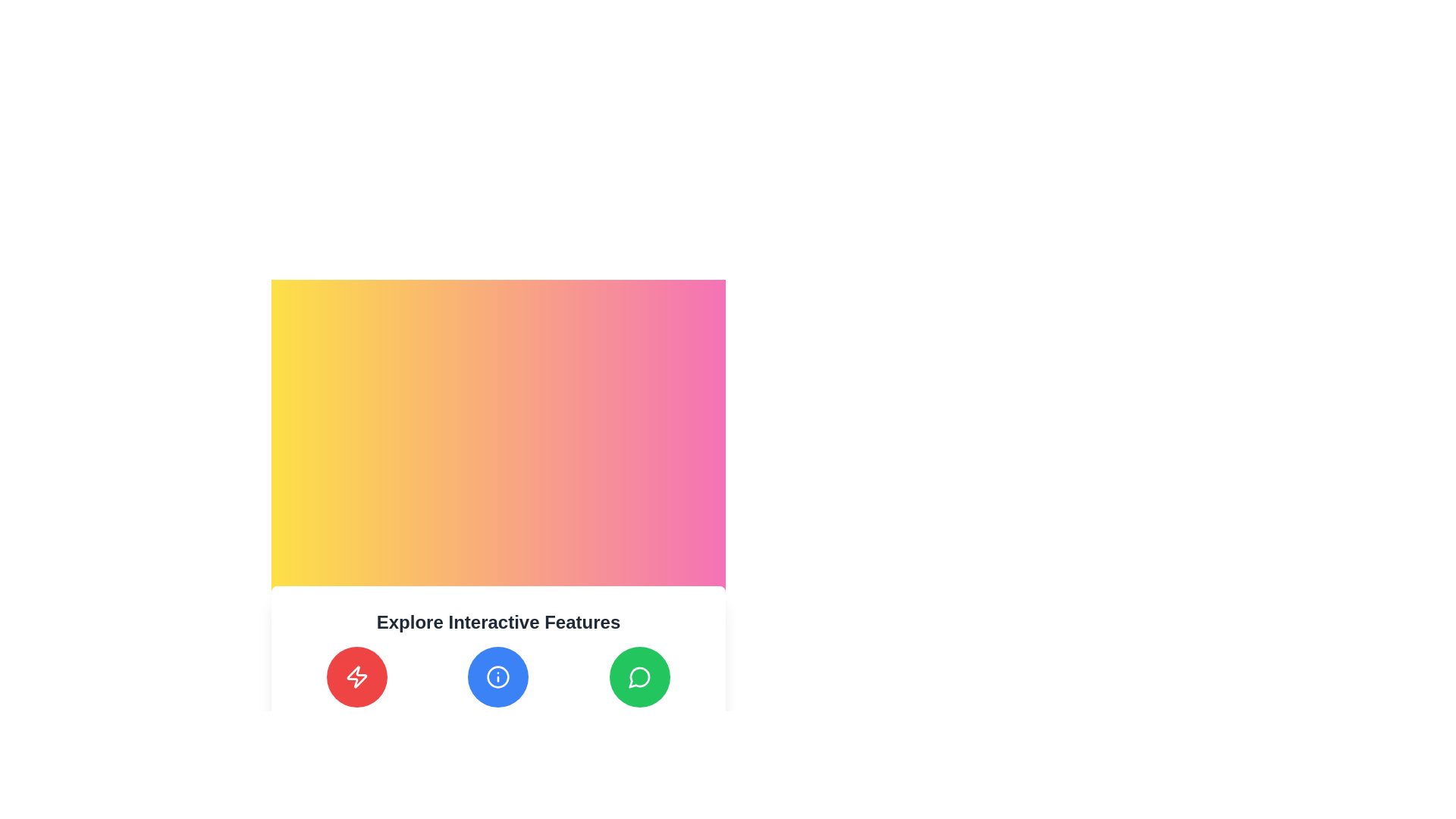 This screenshot has width=1456, height=819. Describe the element at coordinates (639, 676) in the screenshot. I see `the circular icon button located at the bottom right of a row of three buttons, where the other two buttons are red with a lightning icon and blue with an information icon` at that location.